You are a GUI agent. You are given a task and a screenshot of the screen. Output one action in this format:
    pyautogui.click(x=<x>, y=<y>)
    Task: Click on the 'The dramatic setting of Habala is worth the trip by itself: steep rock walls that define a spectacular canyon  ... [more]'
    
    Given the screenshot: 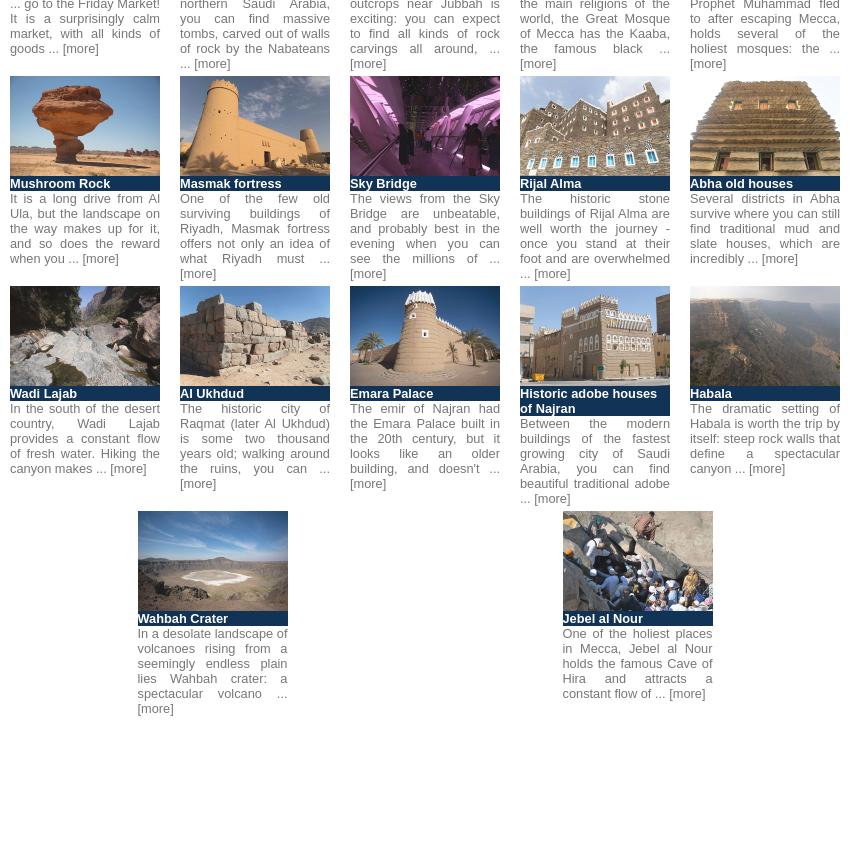 What is the action you would take?
    pyautogui.click(x=765, y=437)
    